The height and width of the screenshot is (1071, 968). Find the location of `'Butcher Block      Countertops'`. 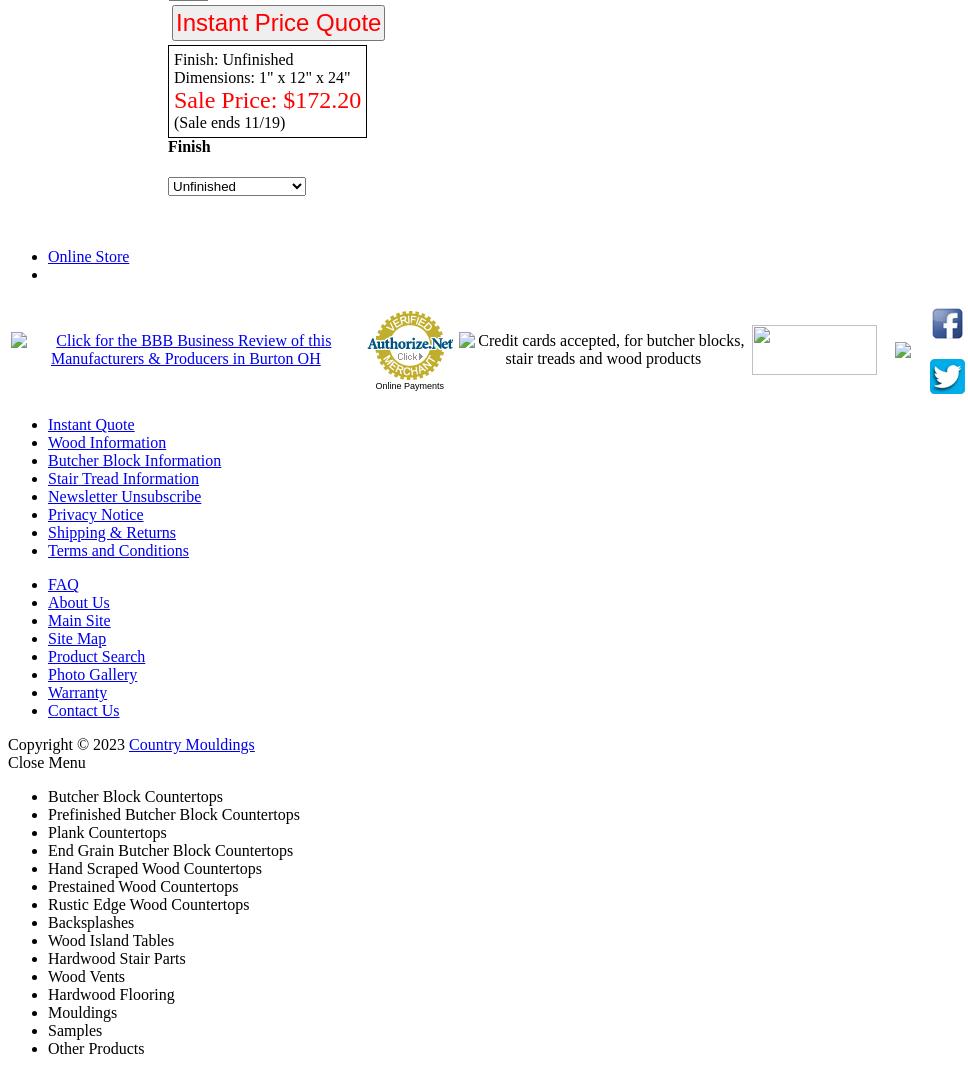

'Butcher Block      Countertops' is located at coordinates (134, 795).